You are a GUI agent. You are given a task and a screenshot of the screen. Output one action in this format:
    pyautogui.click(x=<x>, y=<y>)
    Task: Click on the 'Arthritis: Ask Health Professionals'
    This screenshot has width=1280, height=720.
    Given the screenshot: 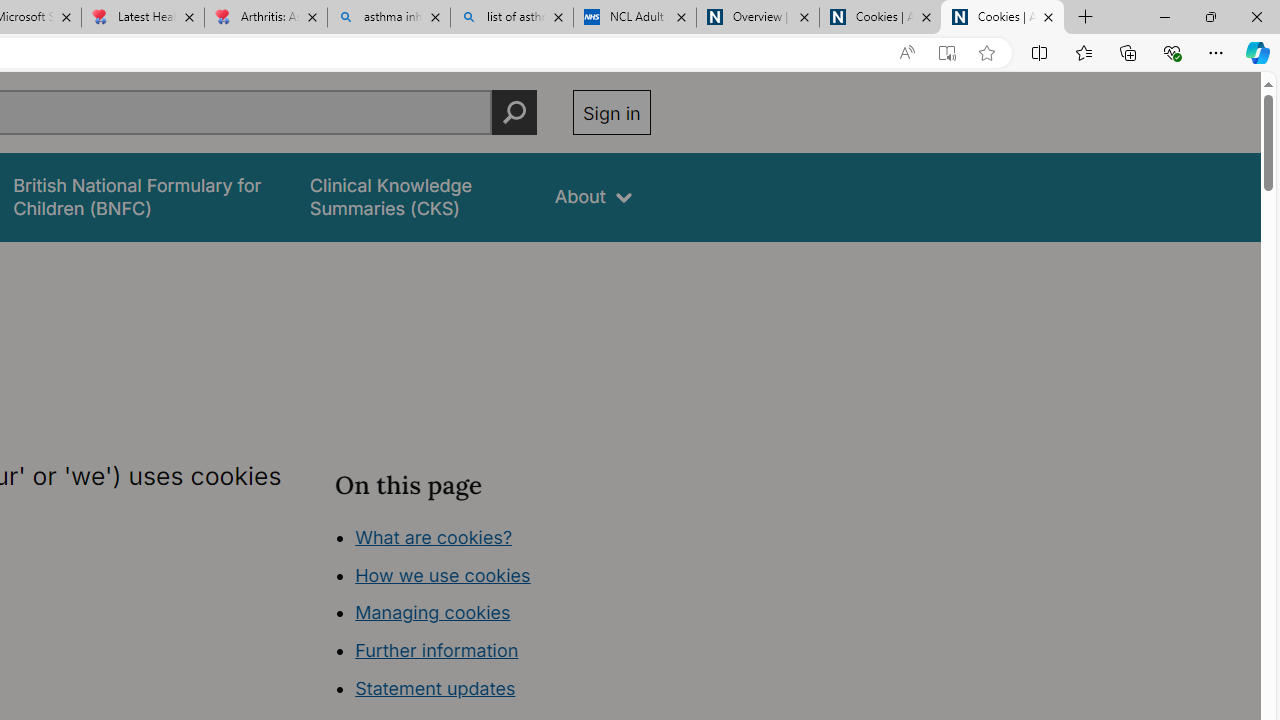 What is the action you would take?
    pyautogui.click(x=264, y=17)
    